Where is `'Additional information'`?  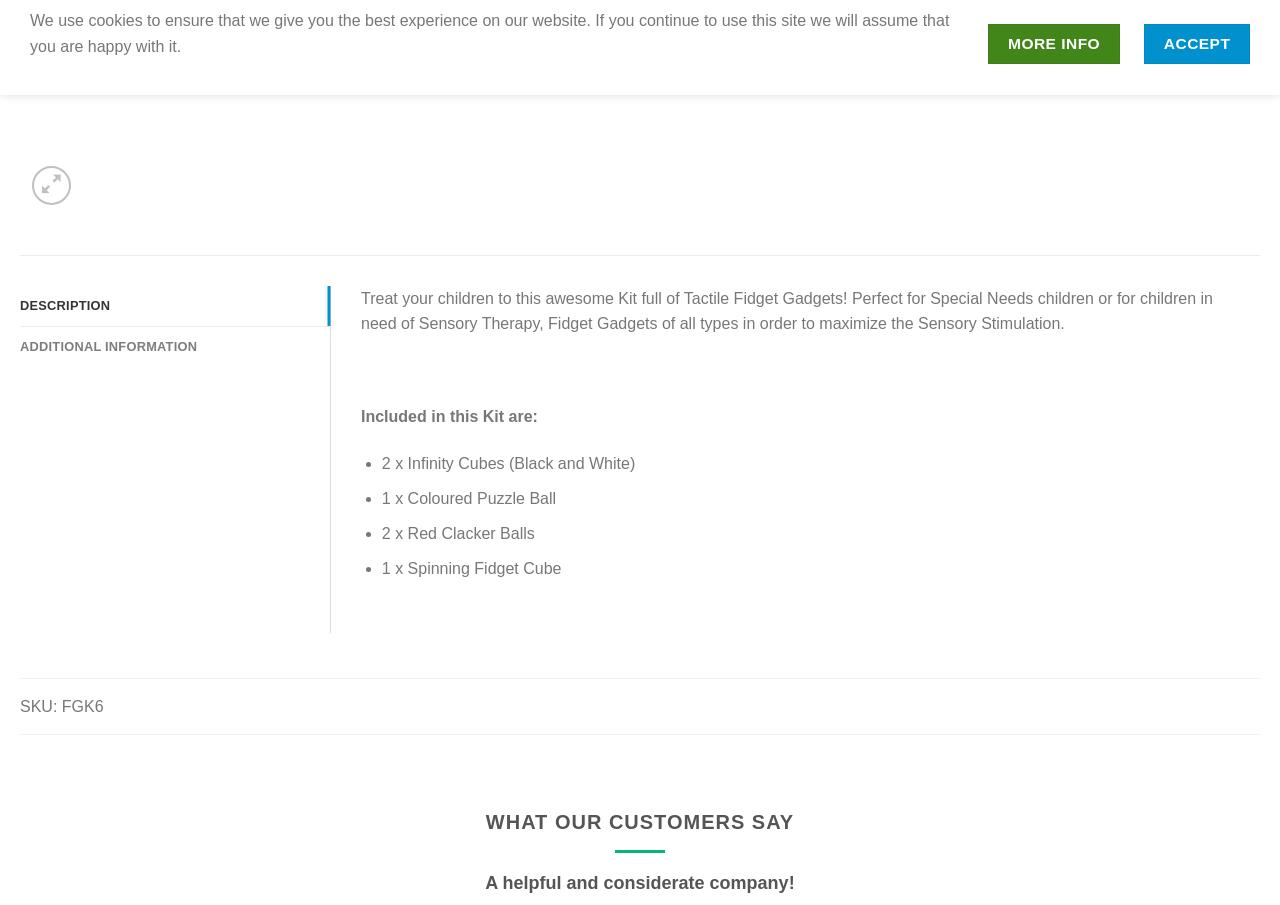
'Additional information' is located at coordinates (107, 344).